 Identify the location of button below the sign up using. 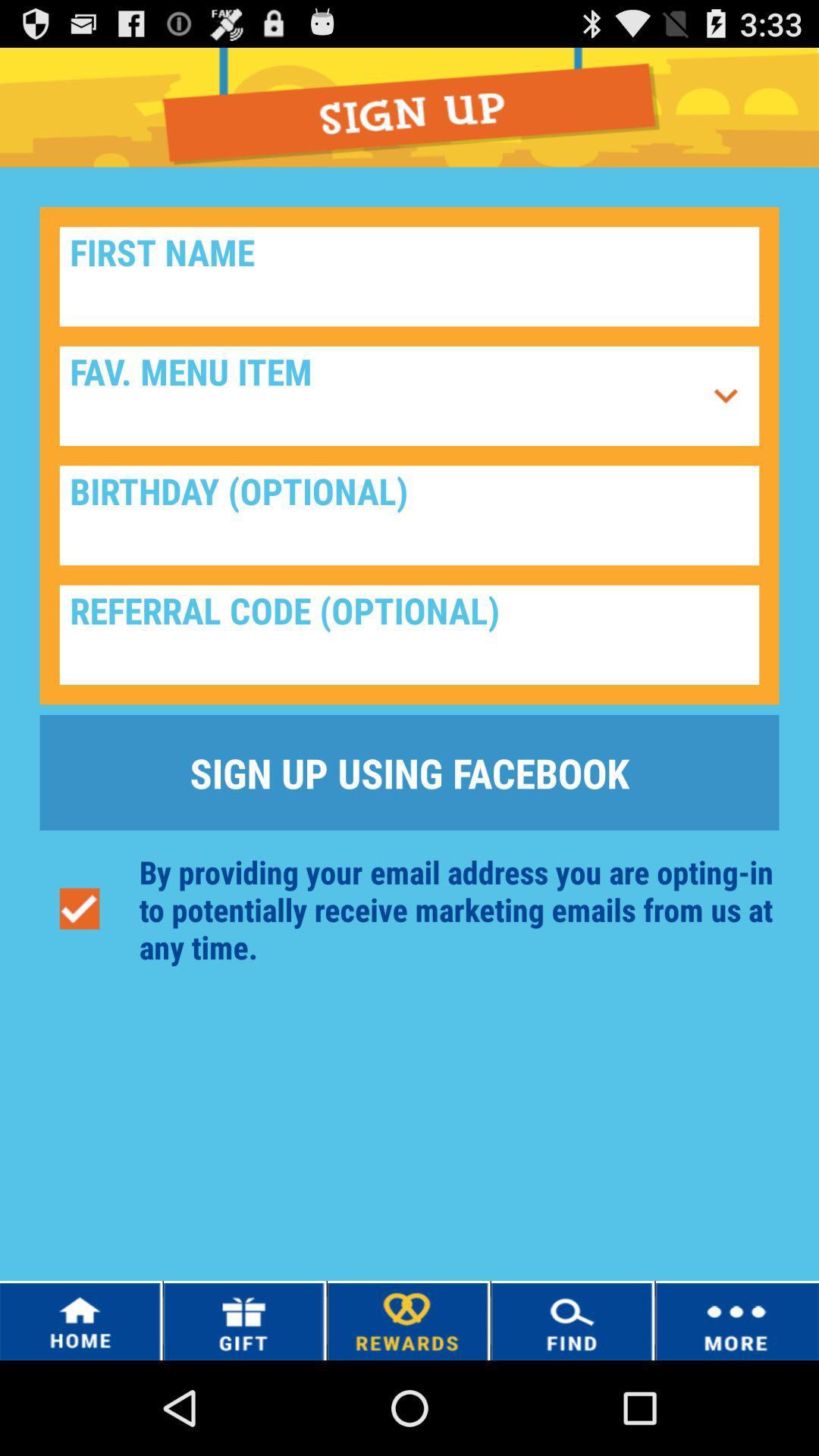
(79, 909).